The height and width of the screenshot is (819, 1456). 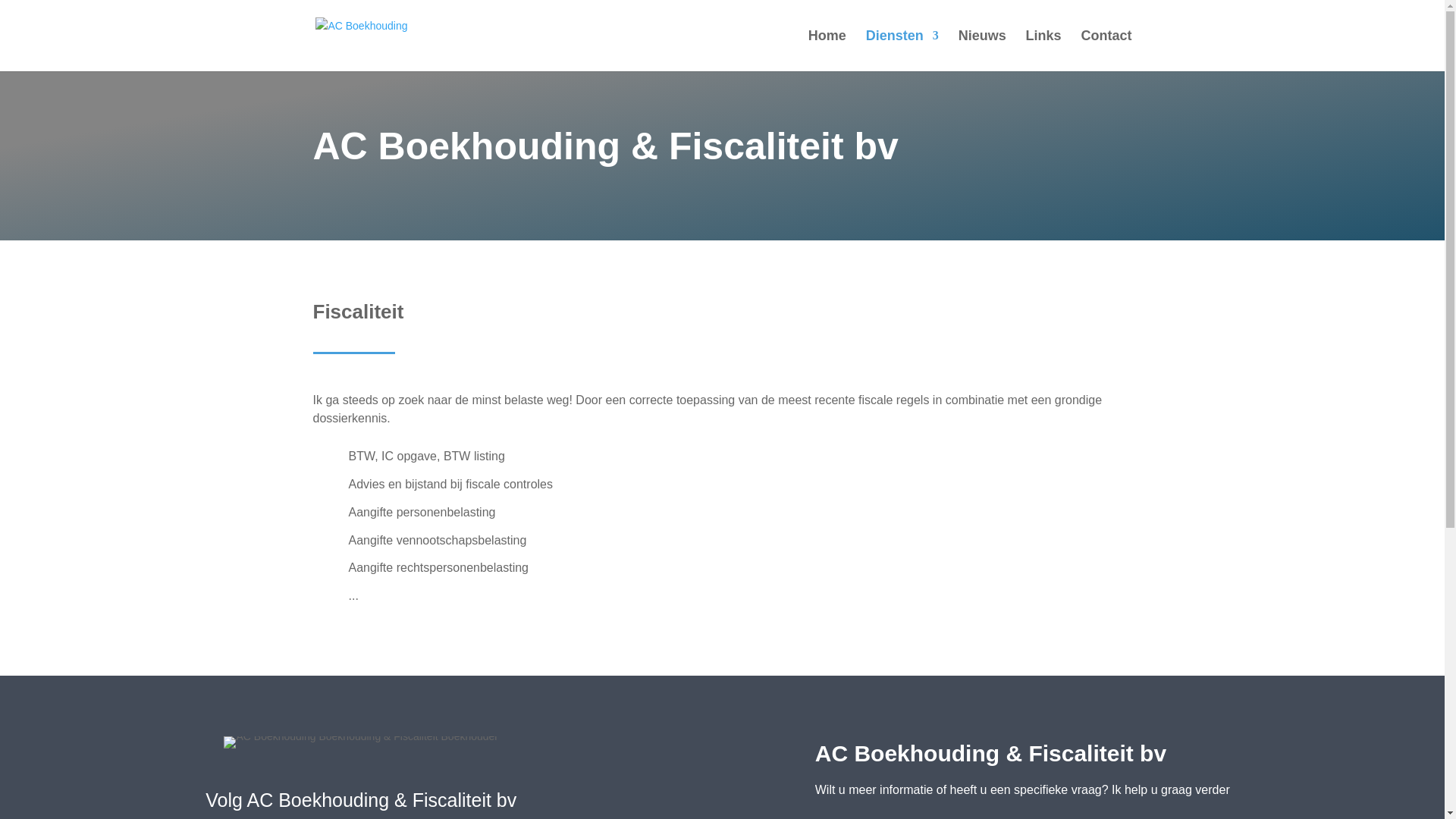 I want to click on 'Links', so click(x=1043, y=49).